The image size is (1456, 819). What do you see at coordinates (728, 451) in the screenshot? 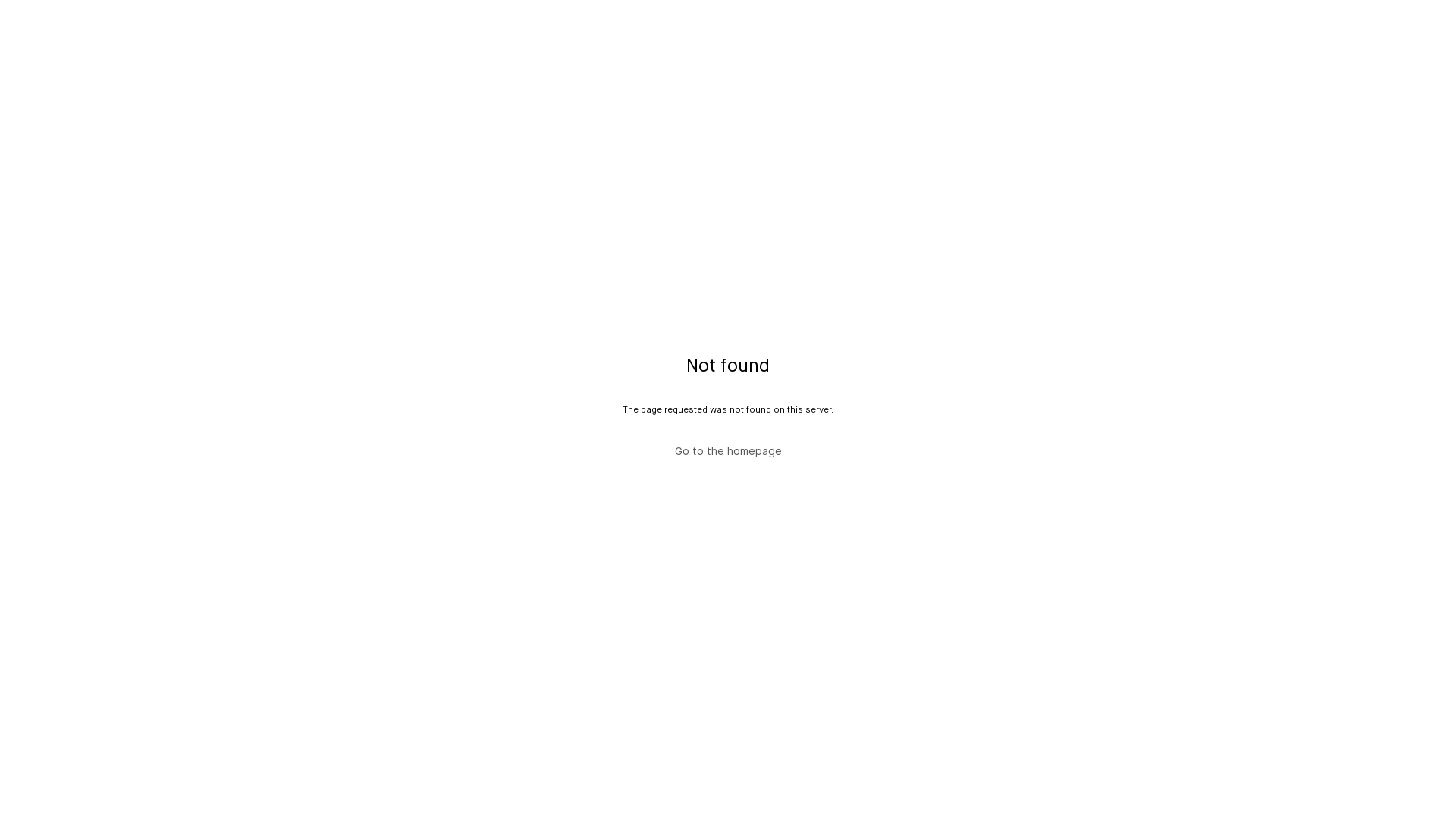
I see `'Go to the homepage'` at bounding box center [728, 451].